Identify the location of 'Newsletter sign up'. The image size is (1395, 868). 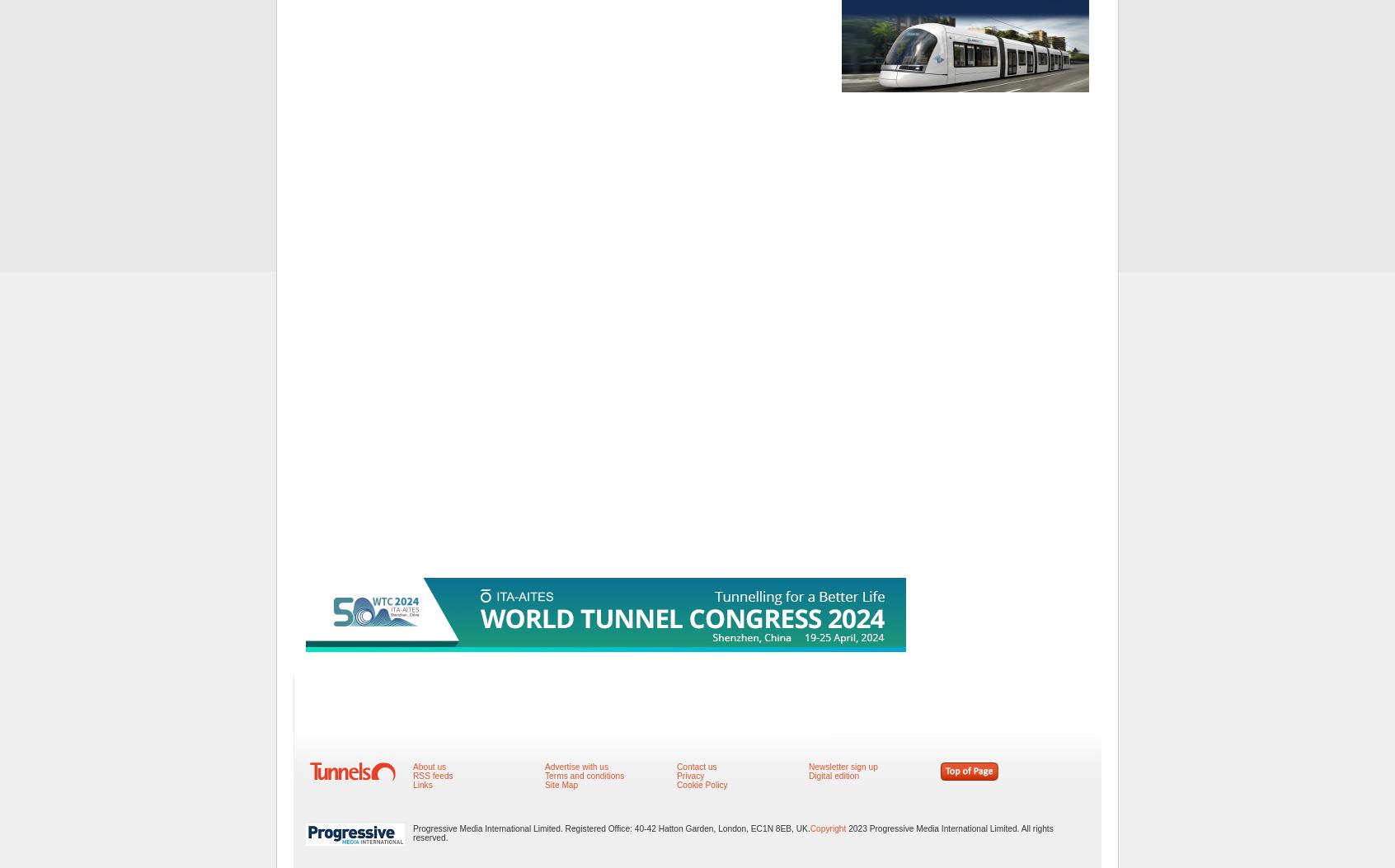
(842, 766).